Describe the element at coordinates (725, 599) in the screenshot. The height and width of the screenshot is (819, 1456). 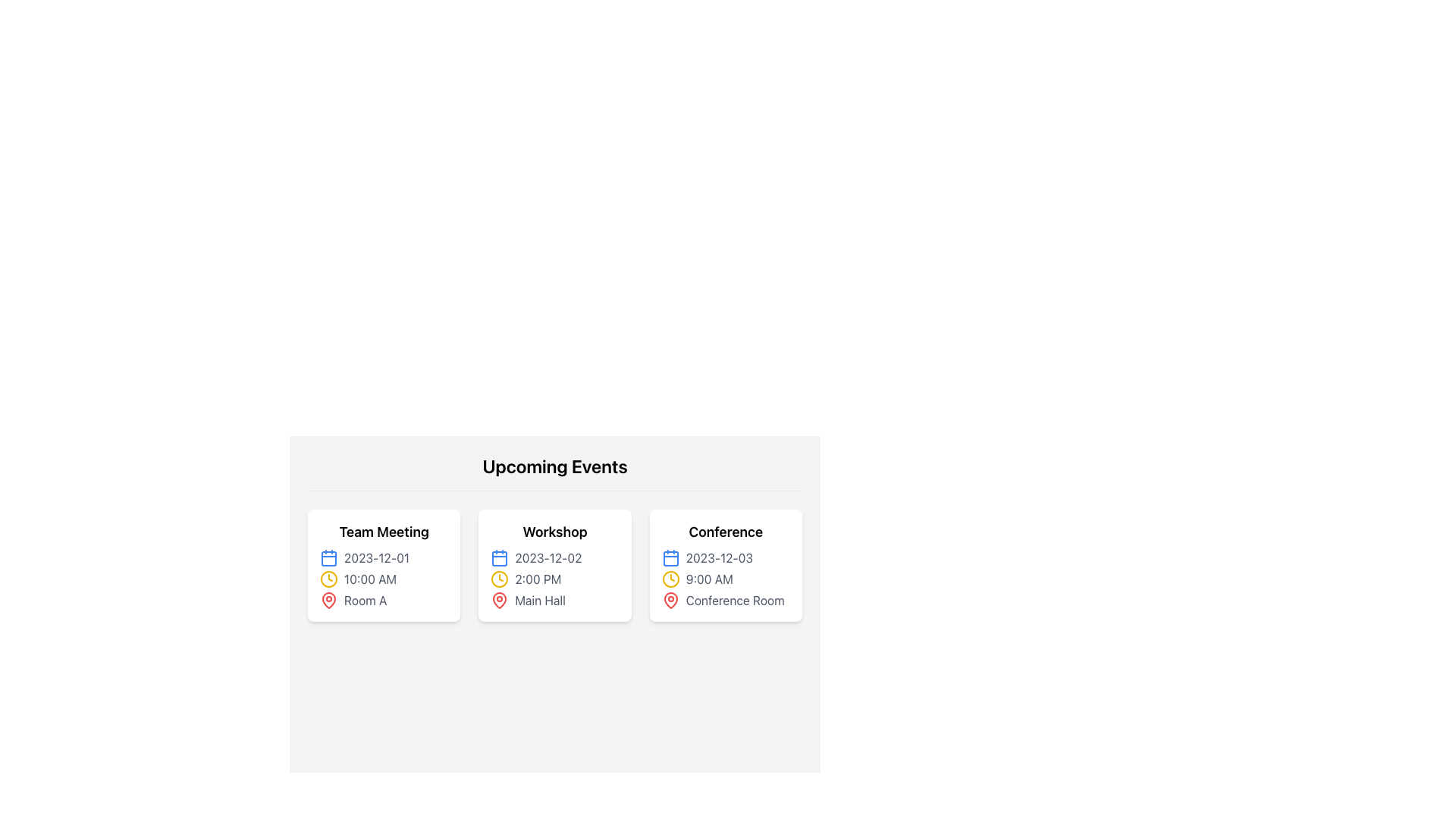
I see `the element consisting of a red location pin icon followed by the text 'Conference Room' in gray font, located in the rightmost event card labeled 'Conference' under 'Upcoming Events'` at that location.